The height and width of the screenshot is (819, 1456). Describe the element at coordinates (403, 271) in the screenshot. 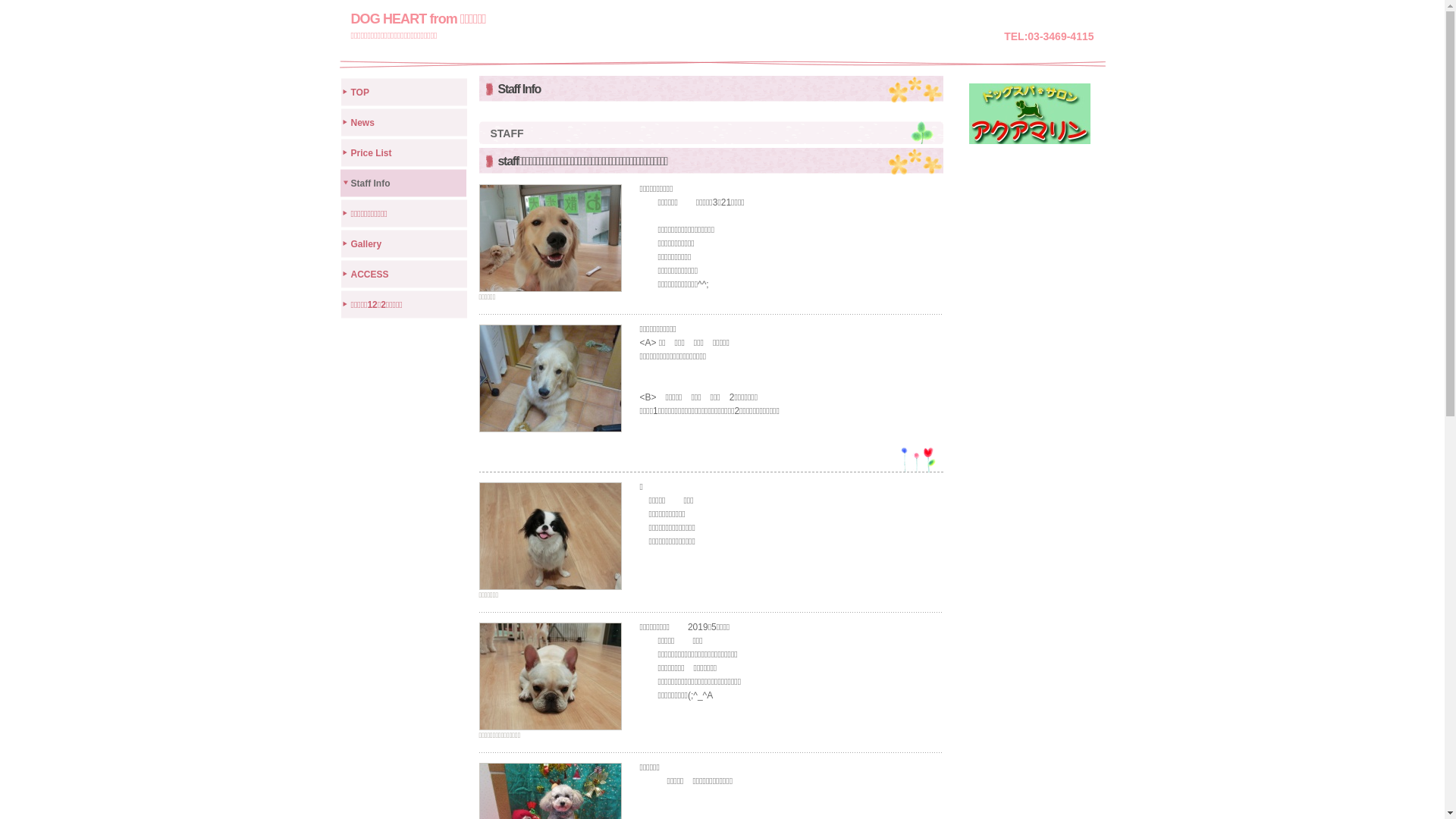

I see `'ACCESS'` at that location.